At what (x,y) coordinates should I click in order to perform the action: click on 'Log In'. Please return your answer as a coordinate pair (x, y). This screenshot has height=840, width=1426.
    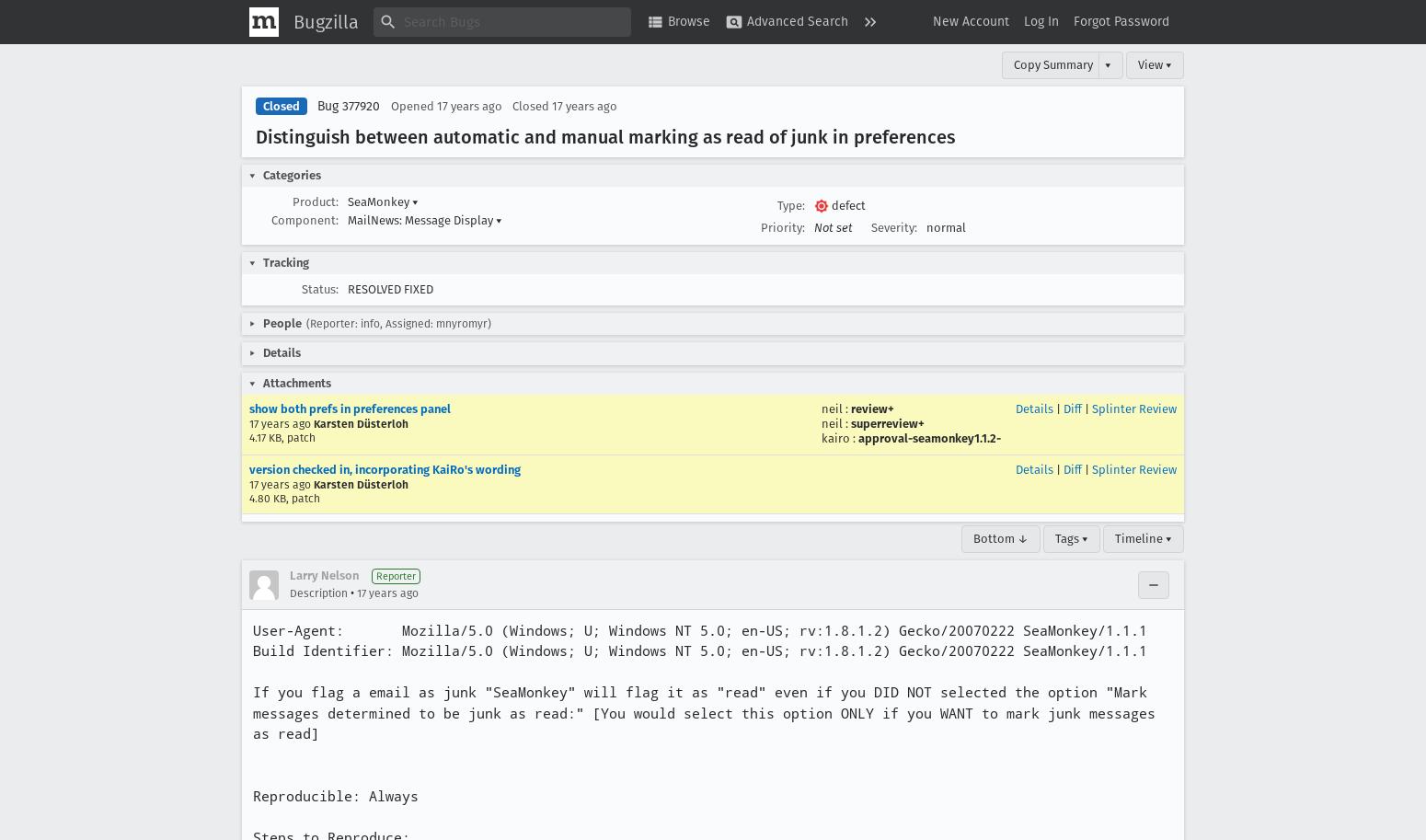
    Looking at the image, I should click on (1040, 21).